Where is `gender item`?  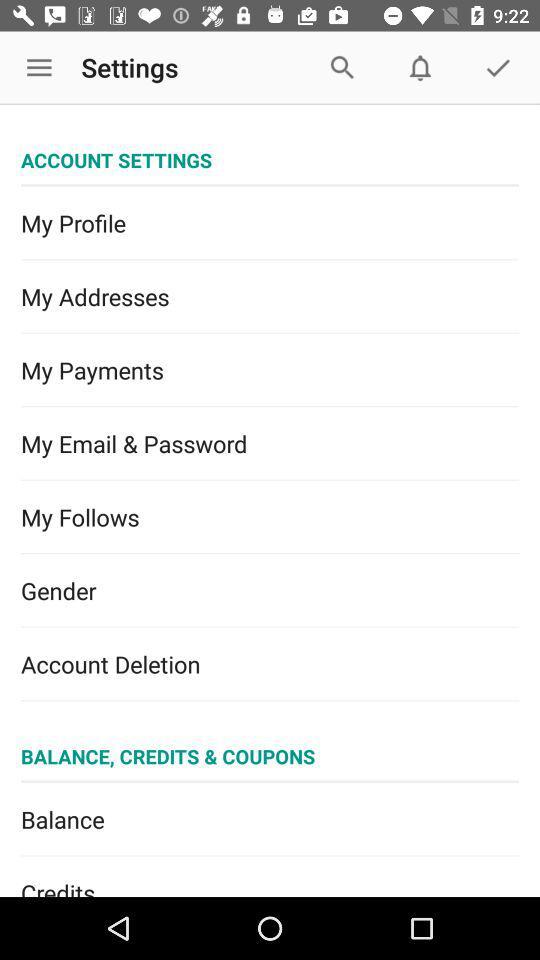 gender item is located at coordinates (270, 590).